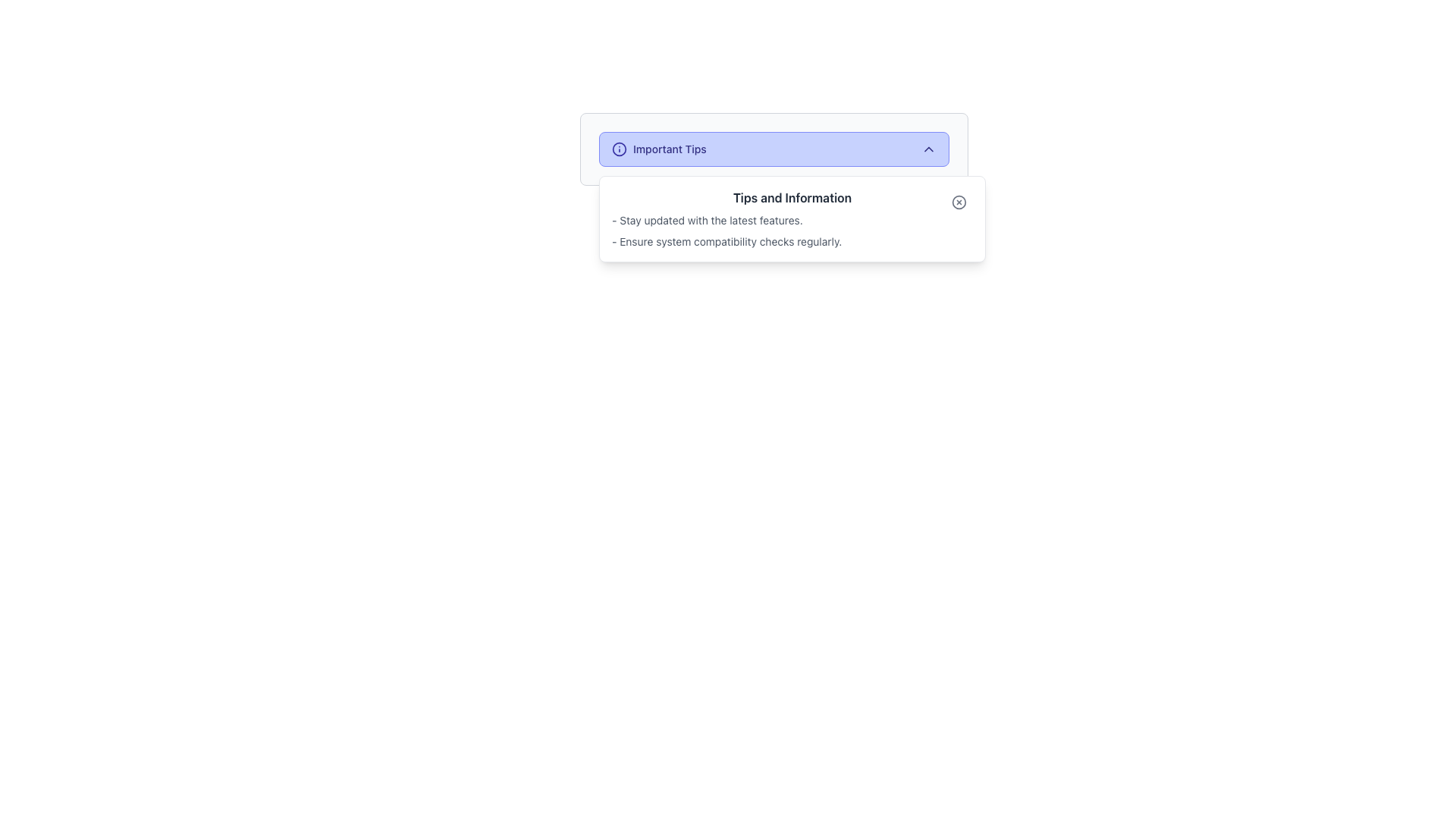 The image size is (1456, 819). What do you see at coordinates (619, 149) in the screenshot?
I see `circular vector graphic element that serves as the decorative boundary of the information icon located on the left side of the 'Important Tips' heading` at bounding box center [619, 149].